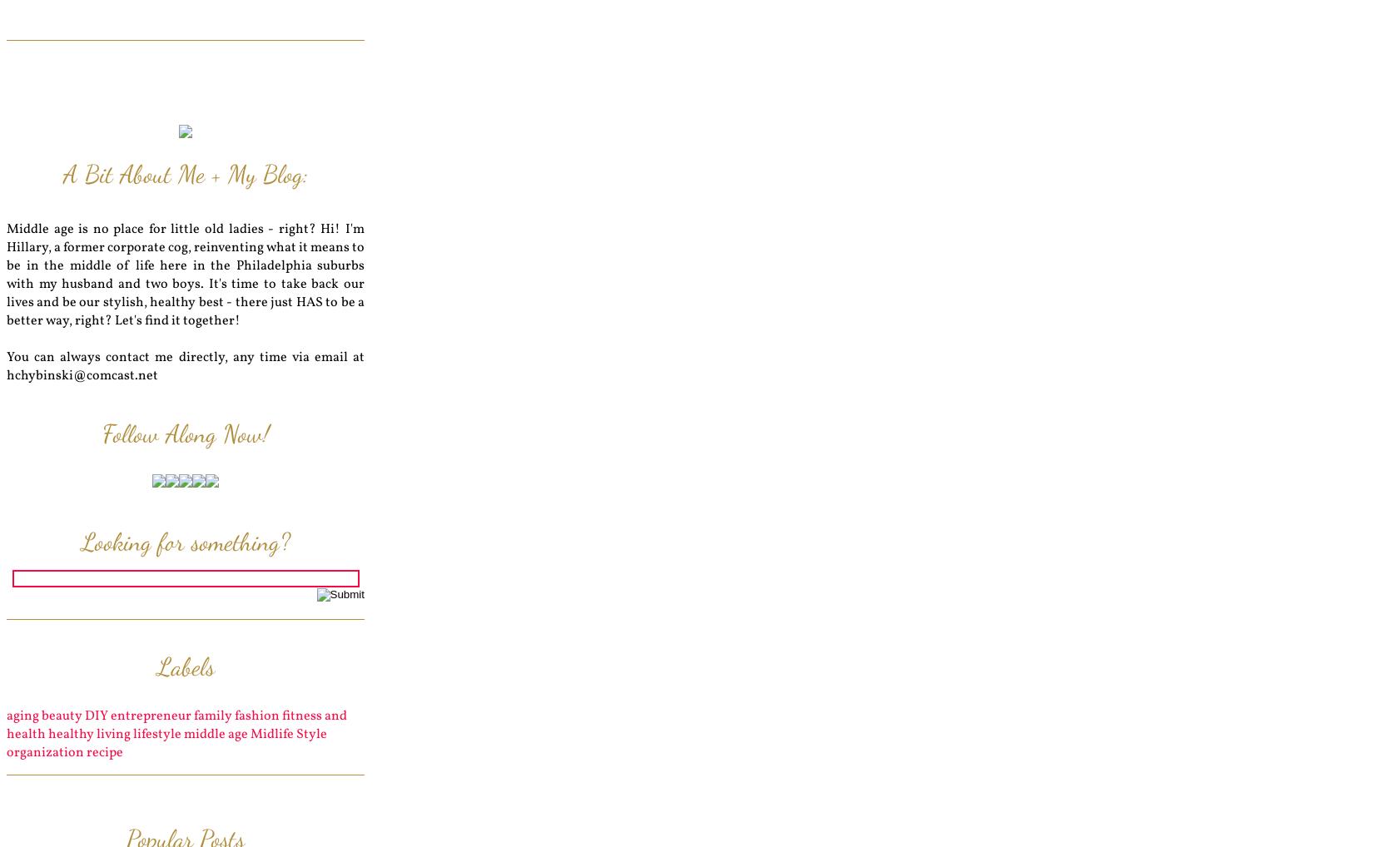 This screenshot has width=1400, height=847. Describe the element at coordinates (256, 716) in the screenshot. I see `'fashion'` at that location.